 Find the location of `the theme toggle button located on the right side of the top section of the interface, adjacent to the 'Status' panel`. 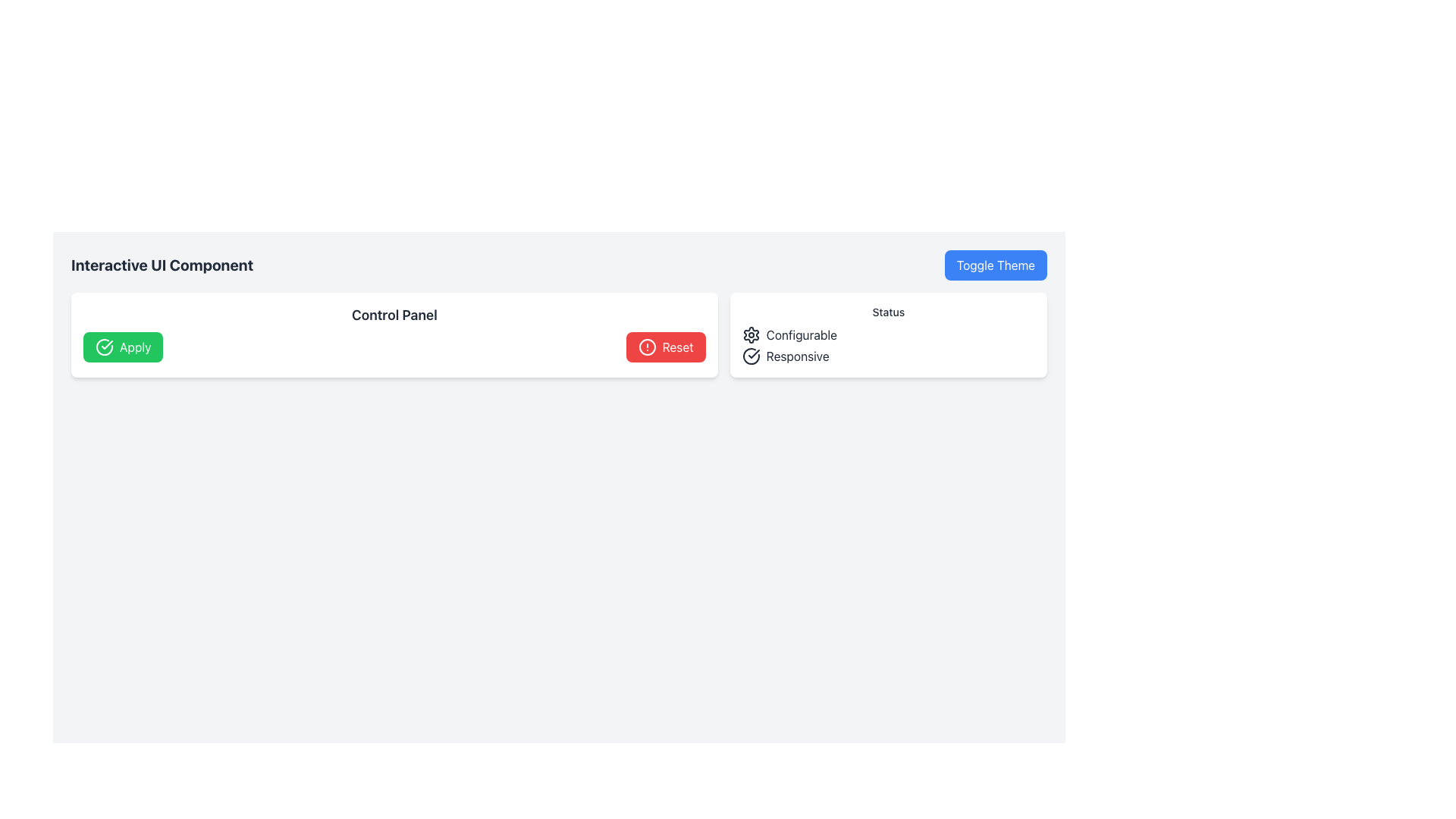

the theme toggle button located on the right side of the top section of the interface, adjacent to the 'Status' panel is located at coordinates (996, 265).